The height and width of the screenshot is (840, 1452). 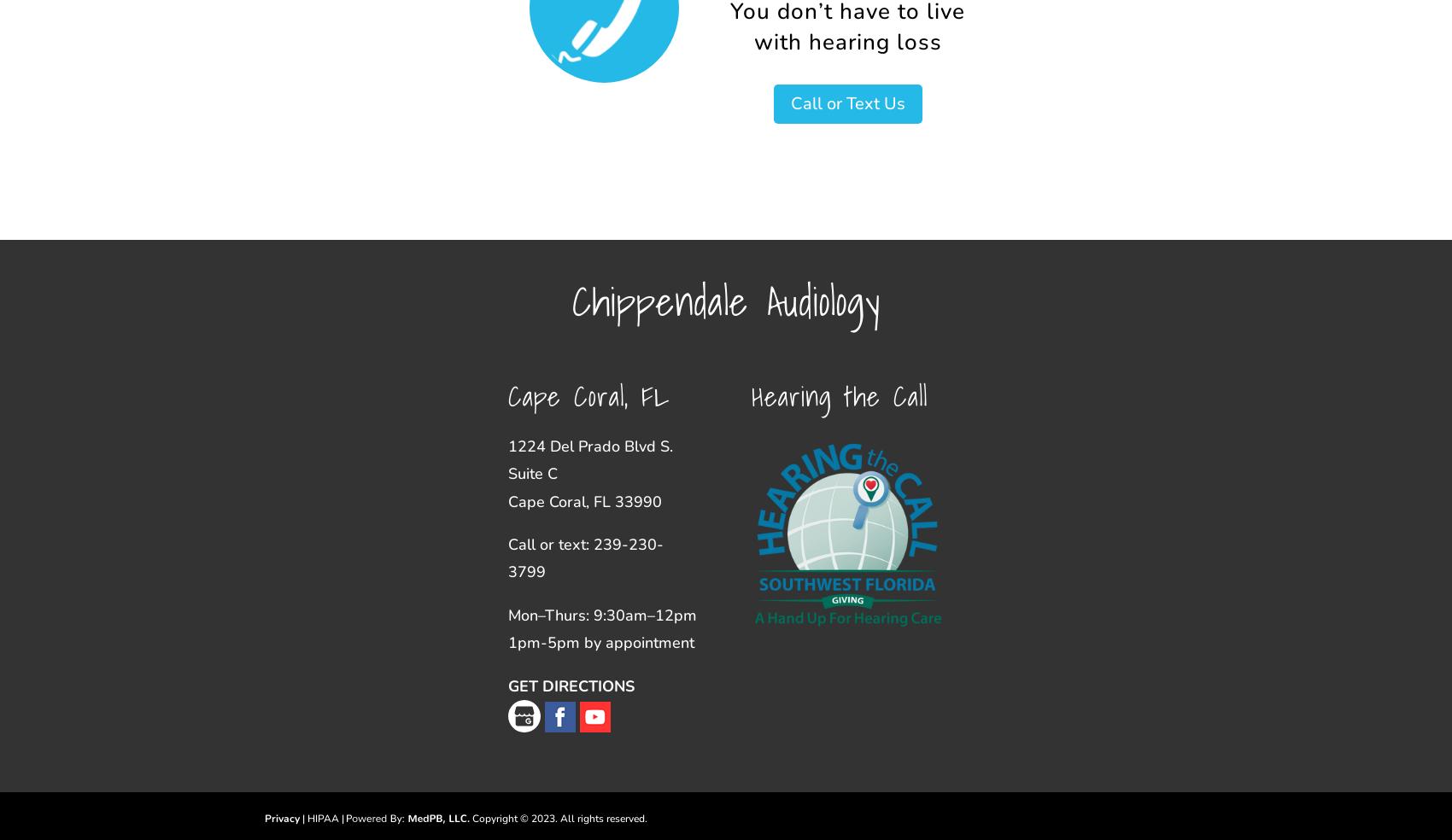 What do you see at coordinates (724, 299) in the screenshot?
I see `'Chippendale Audiology'` at bounding box center [724, 299].